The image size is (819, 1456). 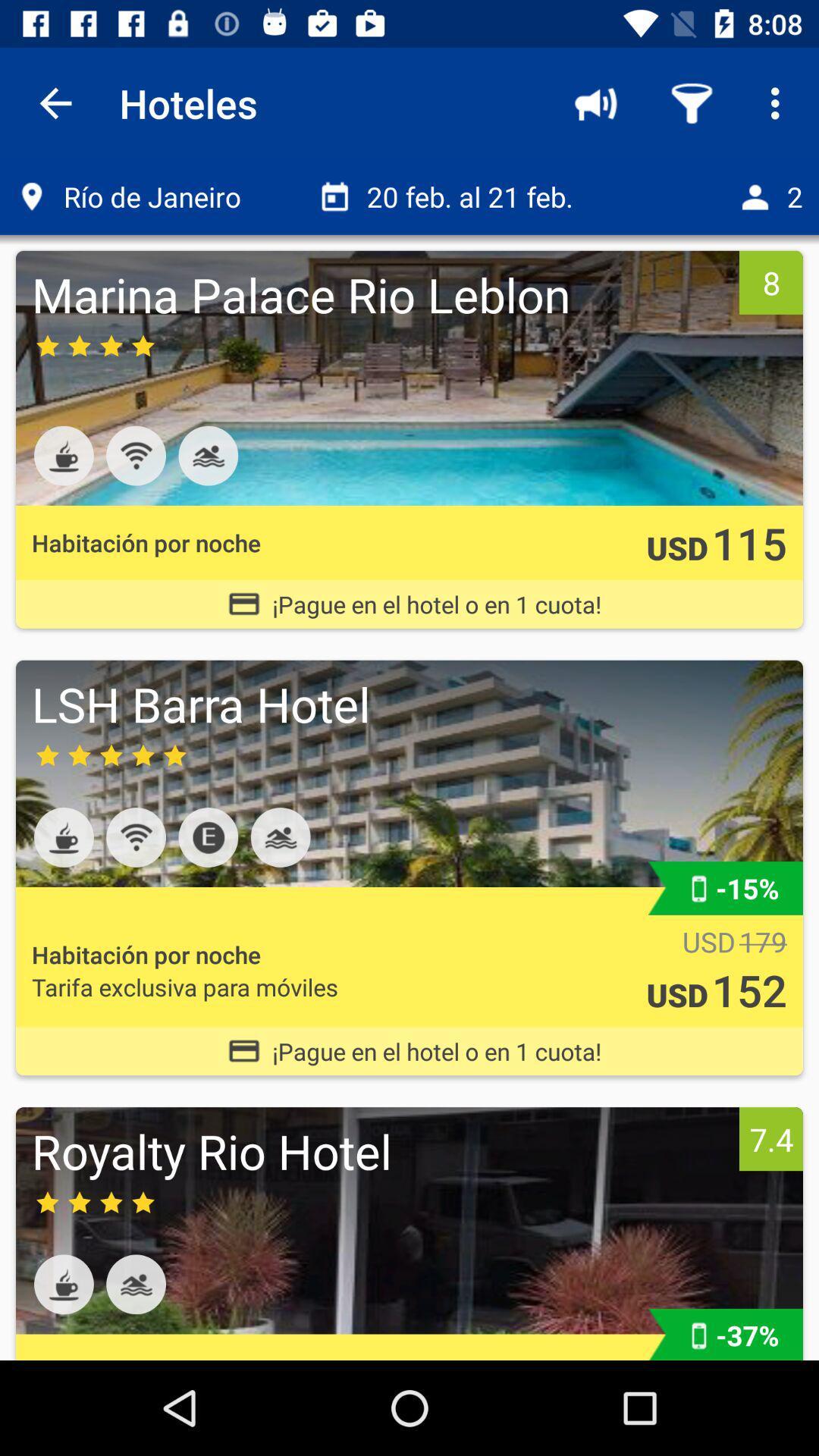 I want to click on the icon to the right of the usd item, so click(x=748, y=542).